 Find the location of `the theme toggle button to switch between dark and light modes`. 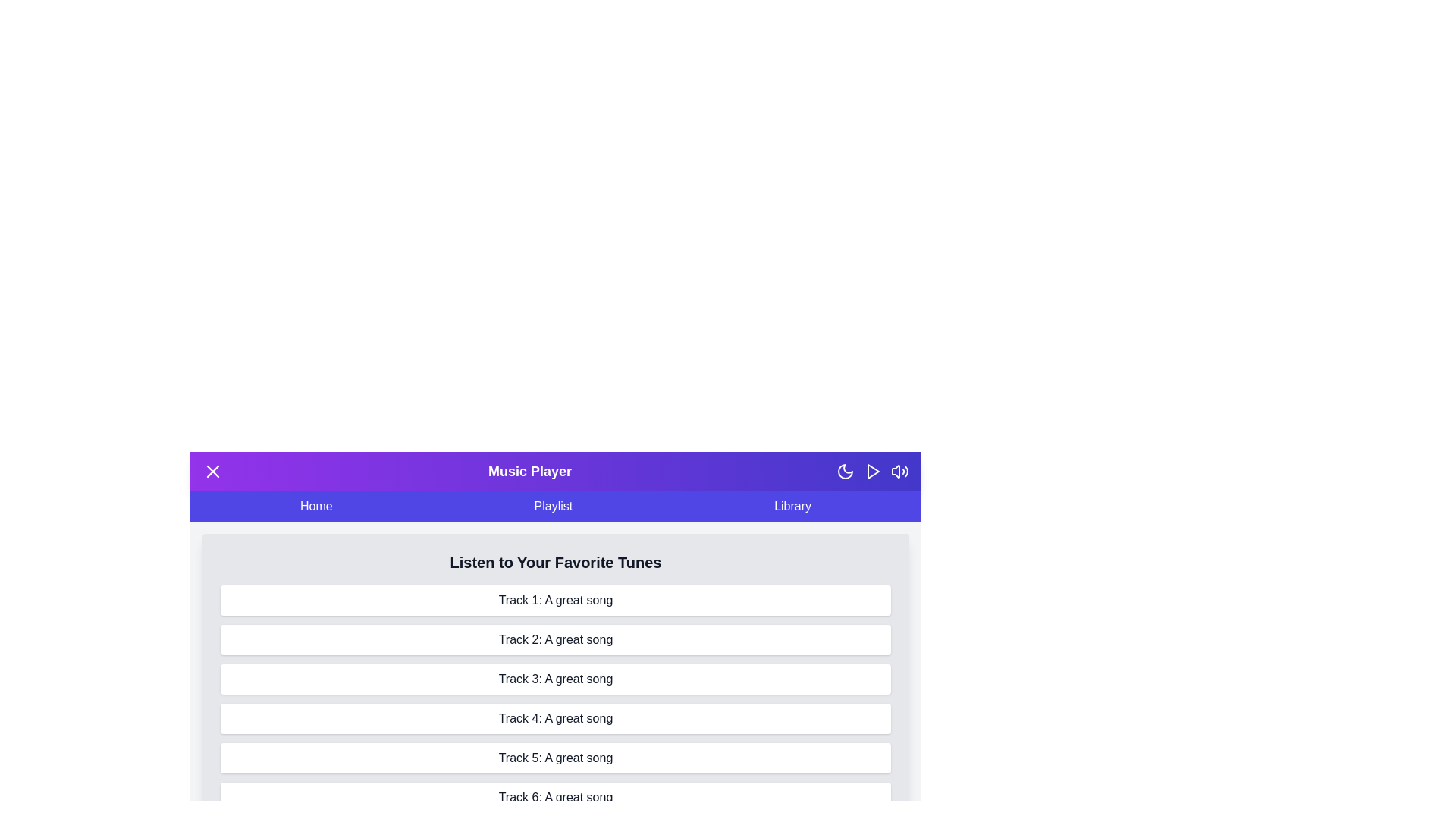

the theme toggle button to switch between dark and light modes is located at coordinates (844, 470).